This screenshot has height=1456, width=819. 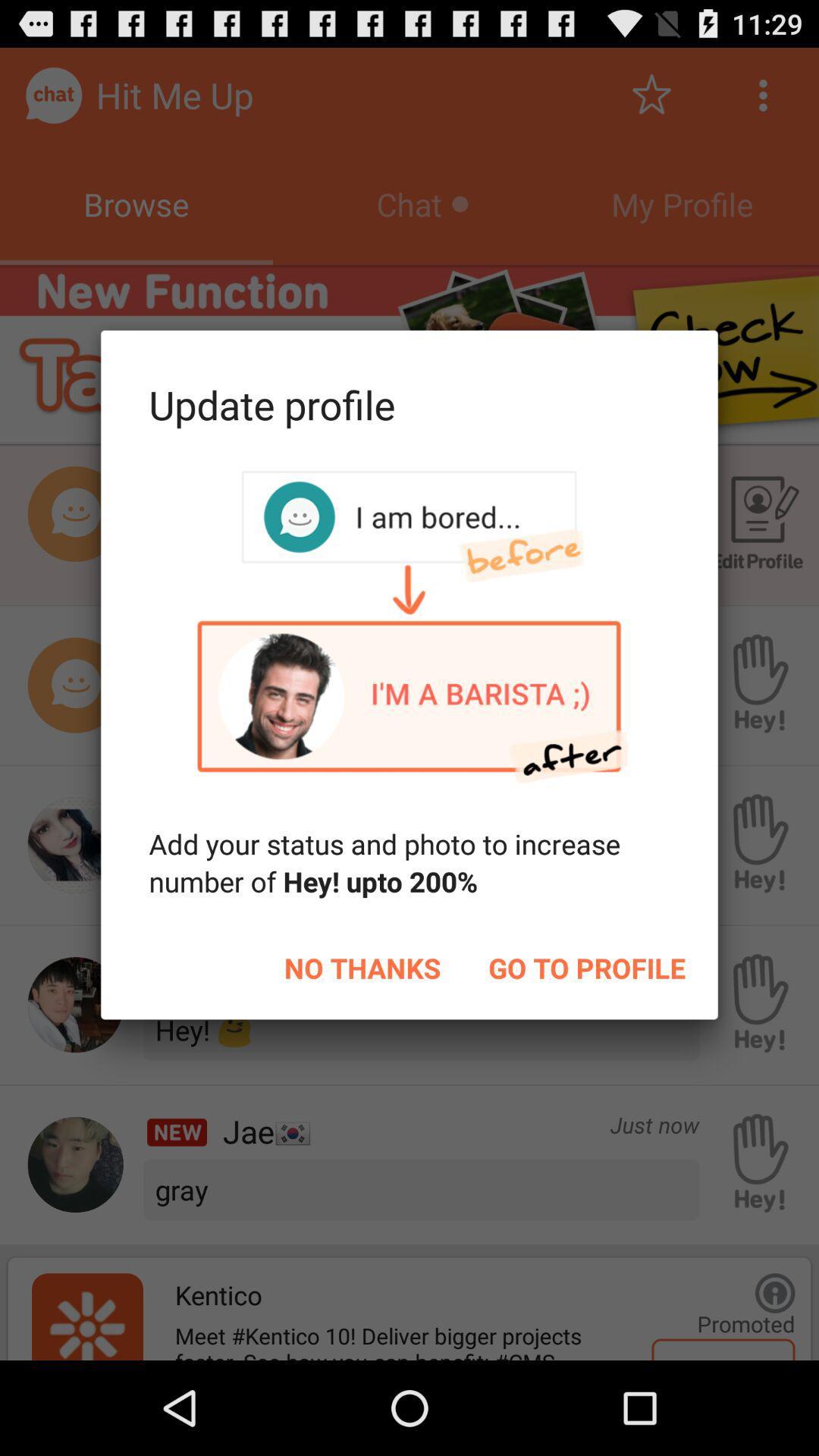 I want to click on the no thanks icon, so click(x=362, y=967).